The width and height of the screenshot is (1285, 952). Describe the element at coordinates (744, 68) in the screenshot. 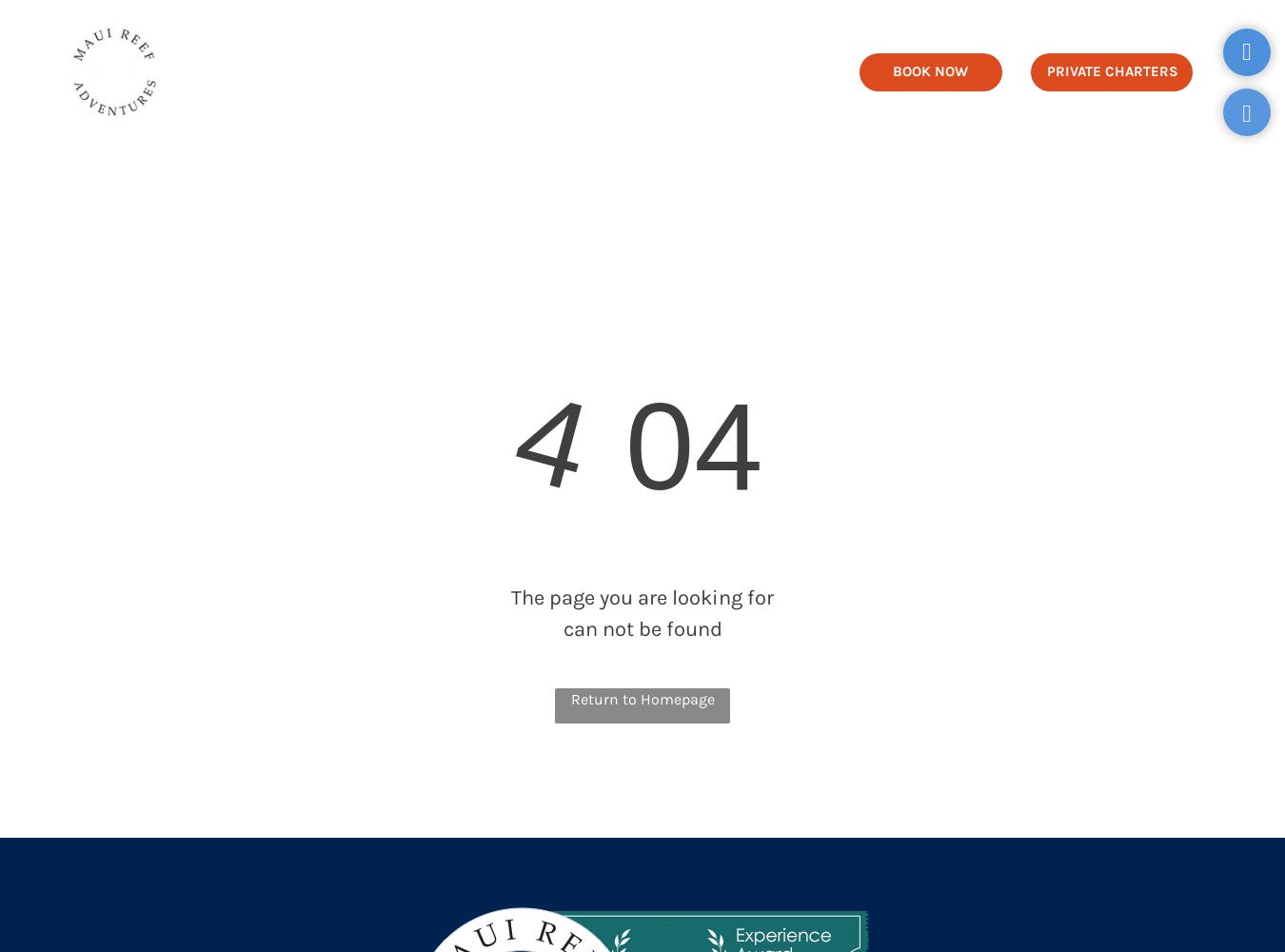

I see `'FAQ'` at that location.